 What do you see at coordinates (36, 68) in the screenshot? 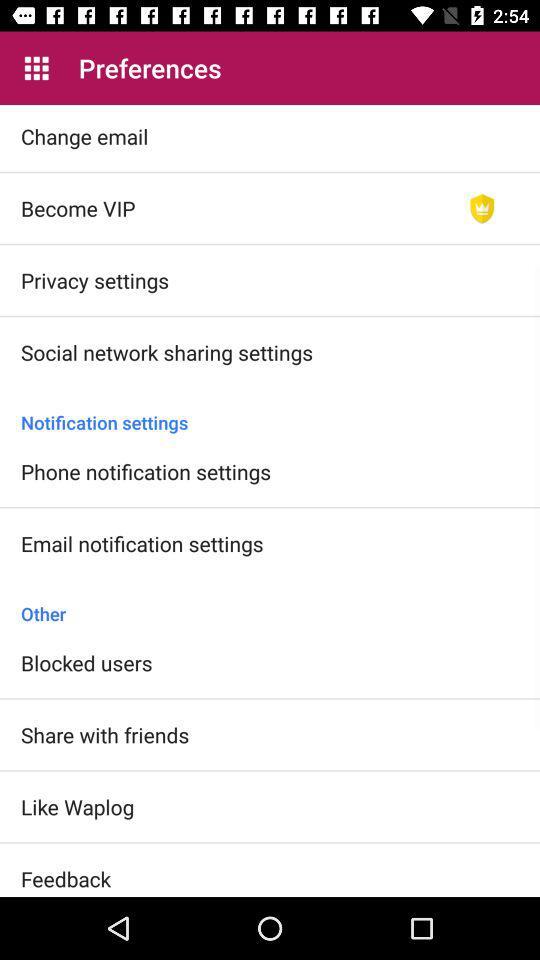
I see `app next to preferences icon` at bounding box center [36, 68].